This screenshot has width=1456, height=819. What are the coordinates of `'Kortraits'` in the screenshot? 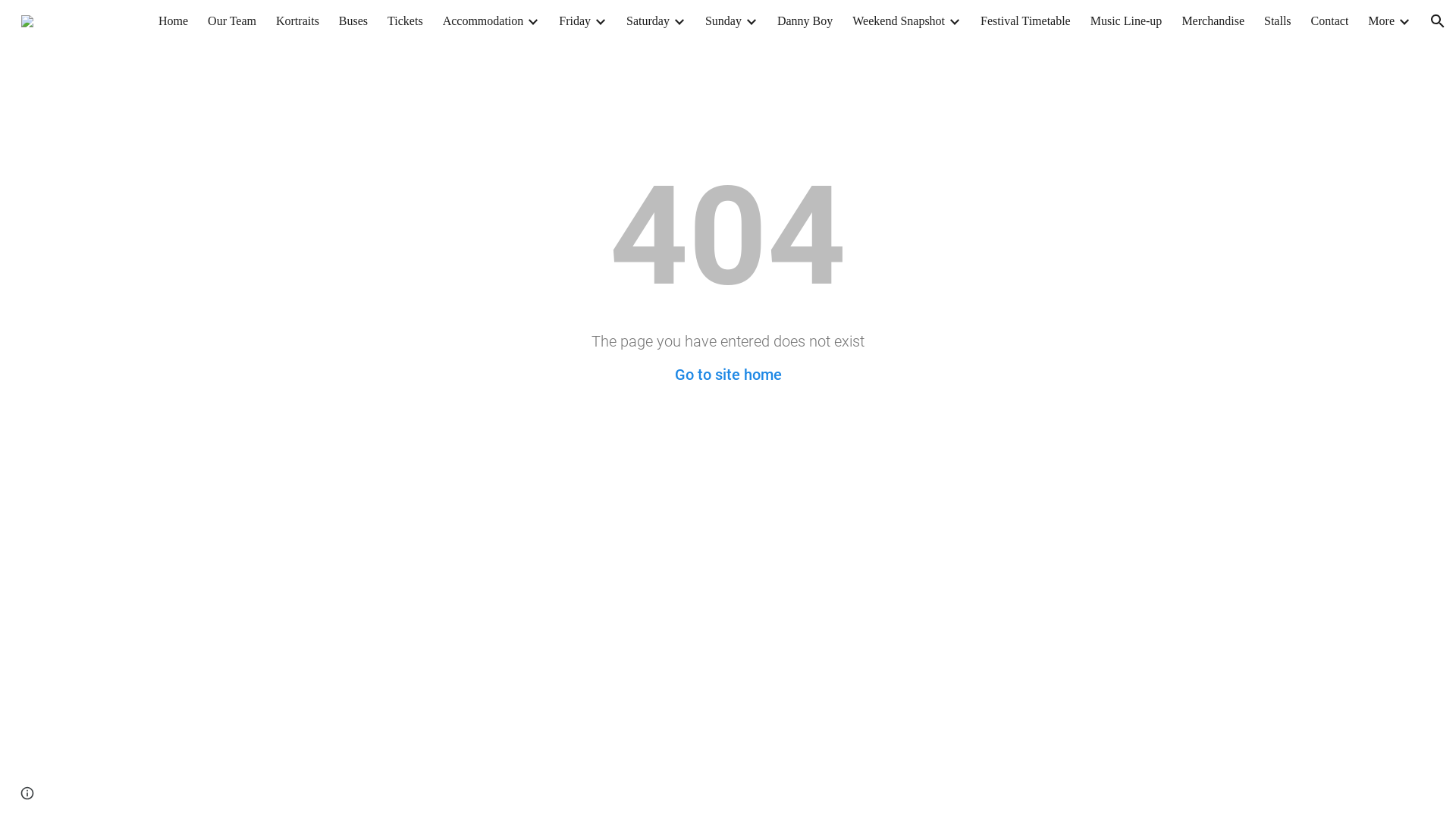 It's located at (297, 20).